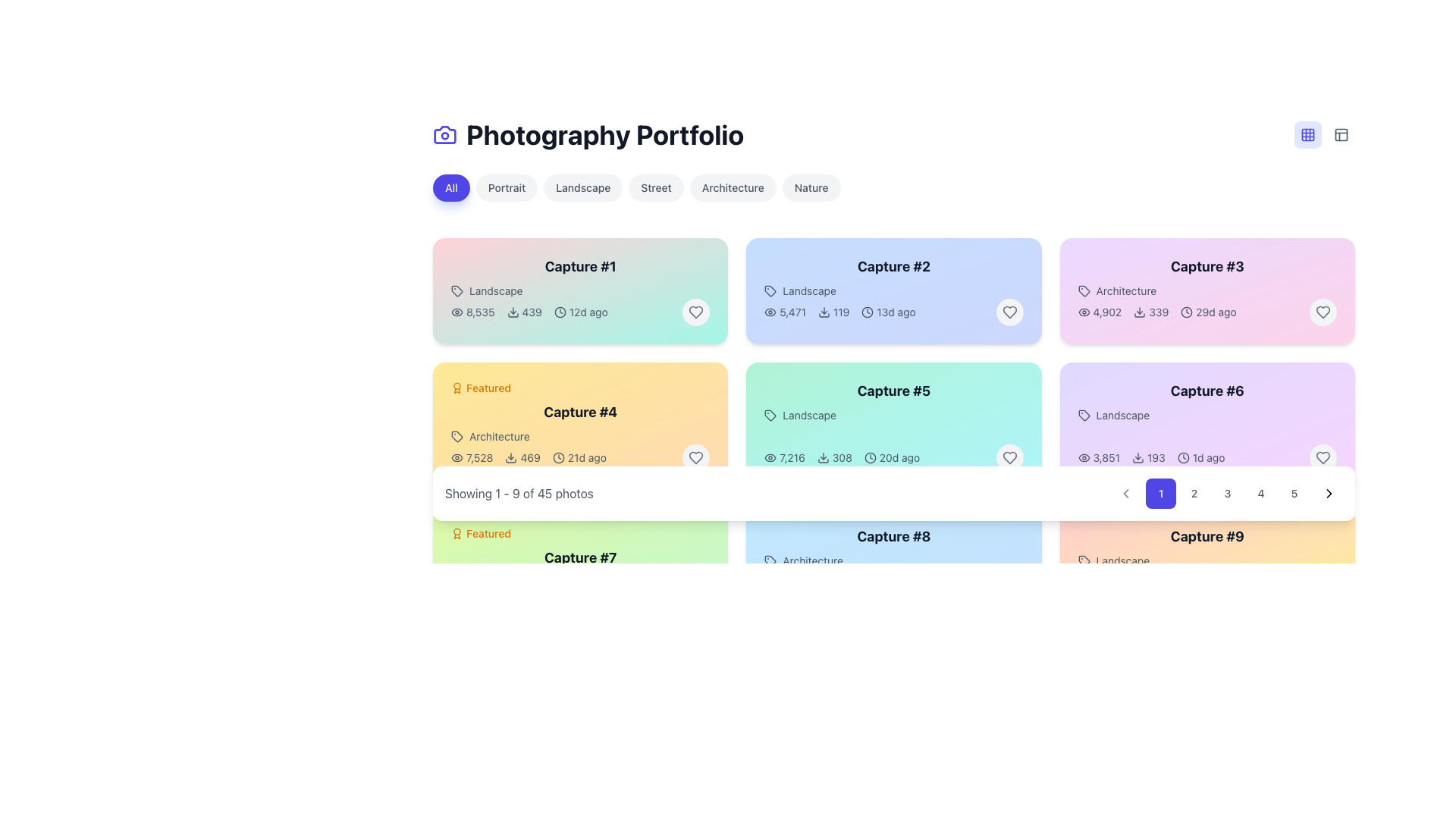  Describe the element at coordinates (1009, 312) in the screenshot. I see `the circular button with a light gray background and a heart icon outlined in gray, located in the top-right corner of the card titled 'Capture #2' in the grid layout` at that location.